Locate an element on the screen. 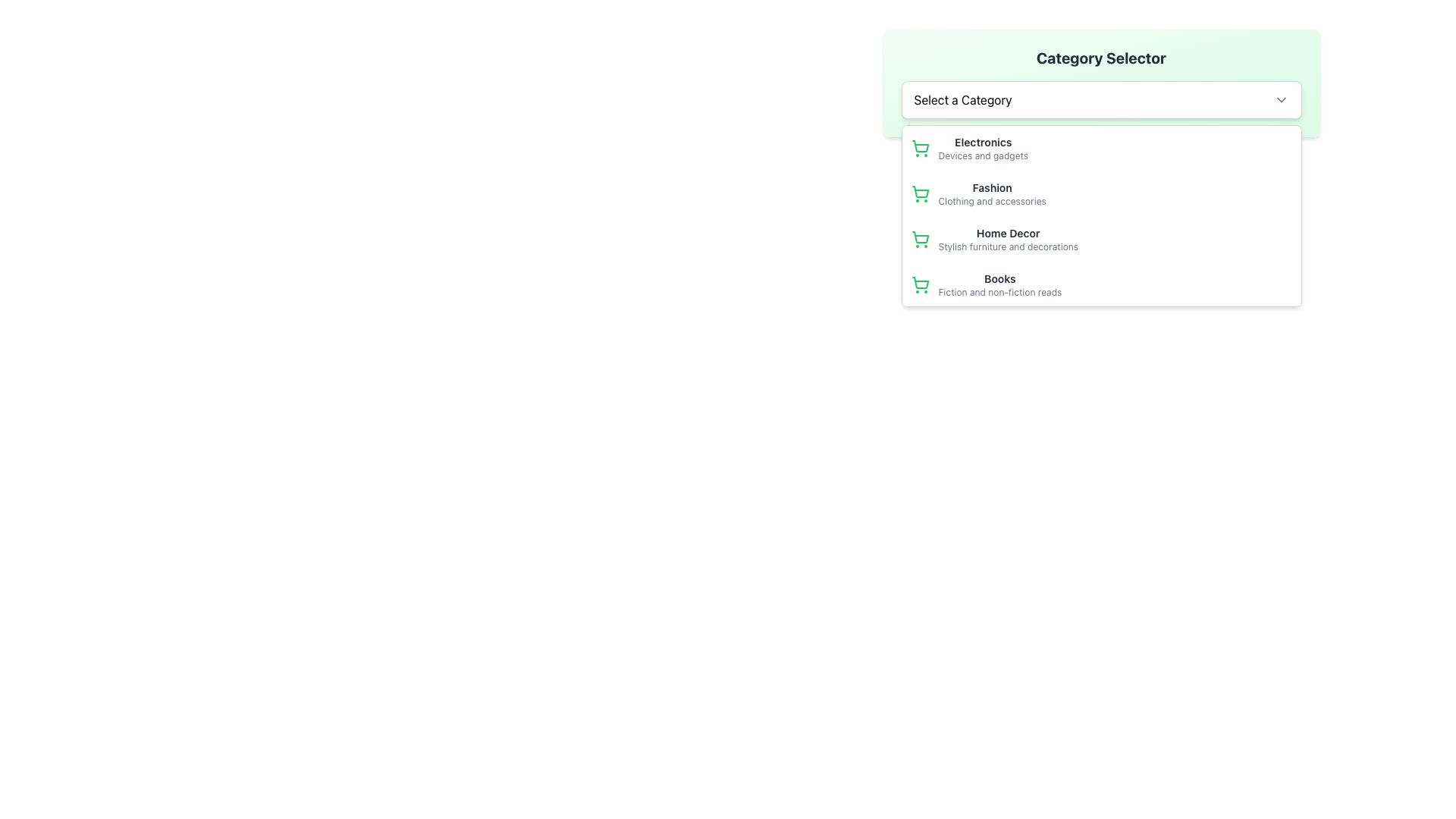 The image size is (1456, 819). the static text label reading 'Devices and gadgets' that is located beneath the 'Electronics' header in the dropdown menu for shopping categories is located at coordinates (983, 155).